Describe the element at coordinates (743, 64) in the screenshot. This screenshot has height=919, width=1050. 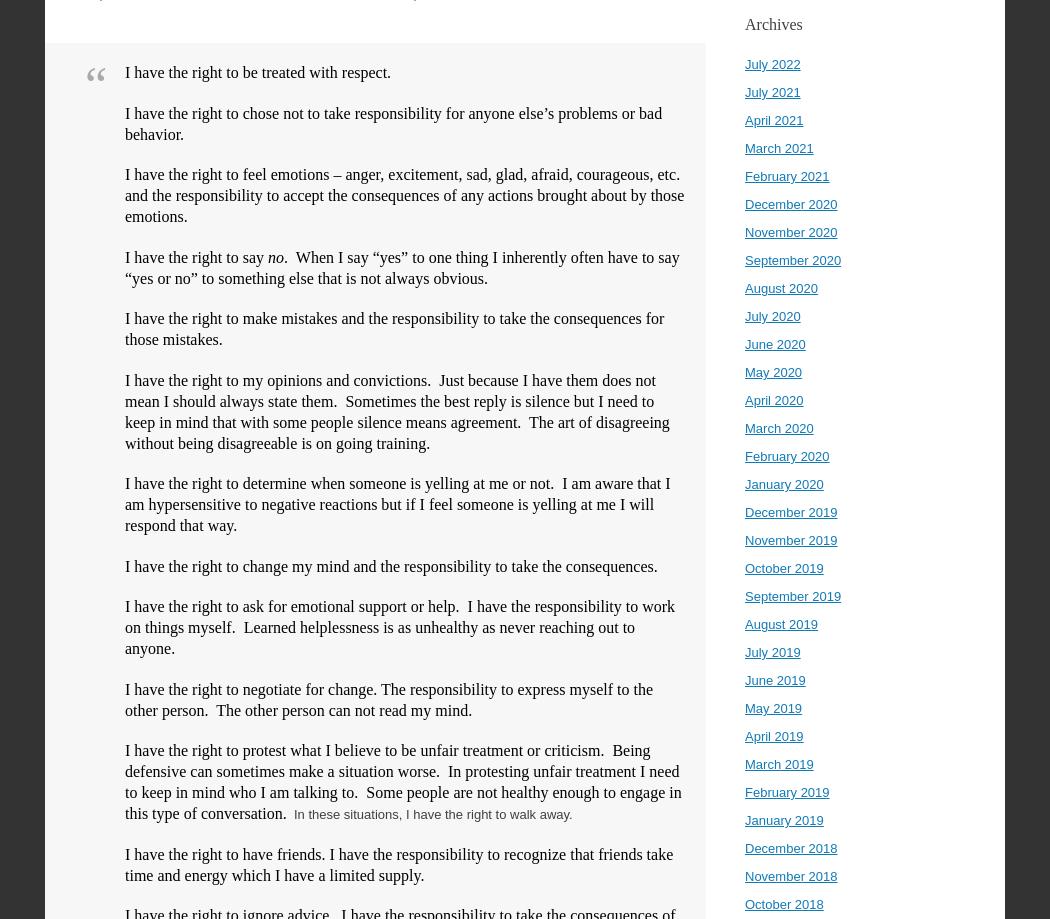
I see `'July 2022'` at that location.